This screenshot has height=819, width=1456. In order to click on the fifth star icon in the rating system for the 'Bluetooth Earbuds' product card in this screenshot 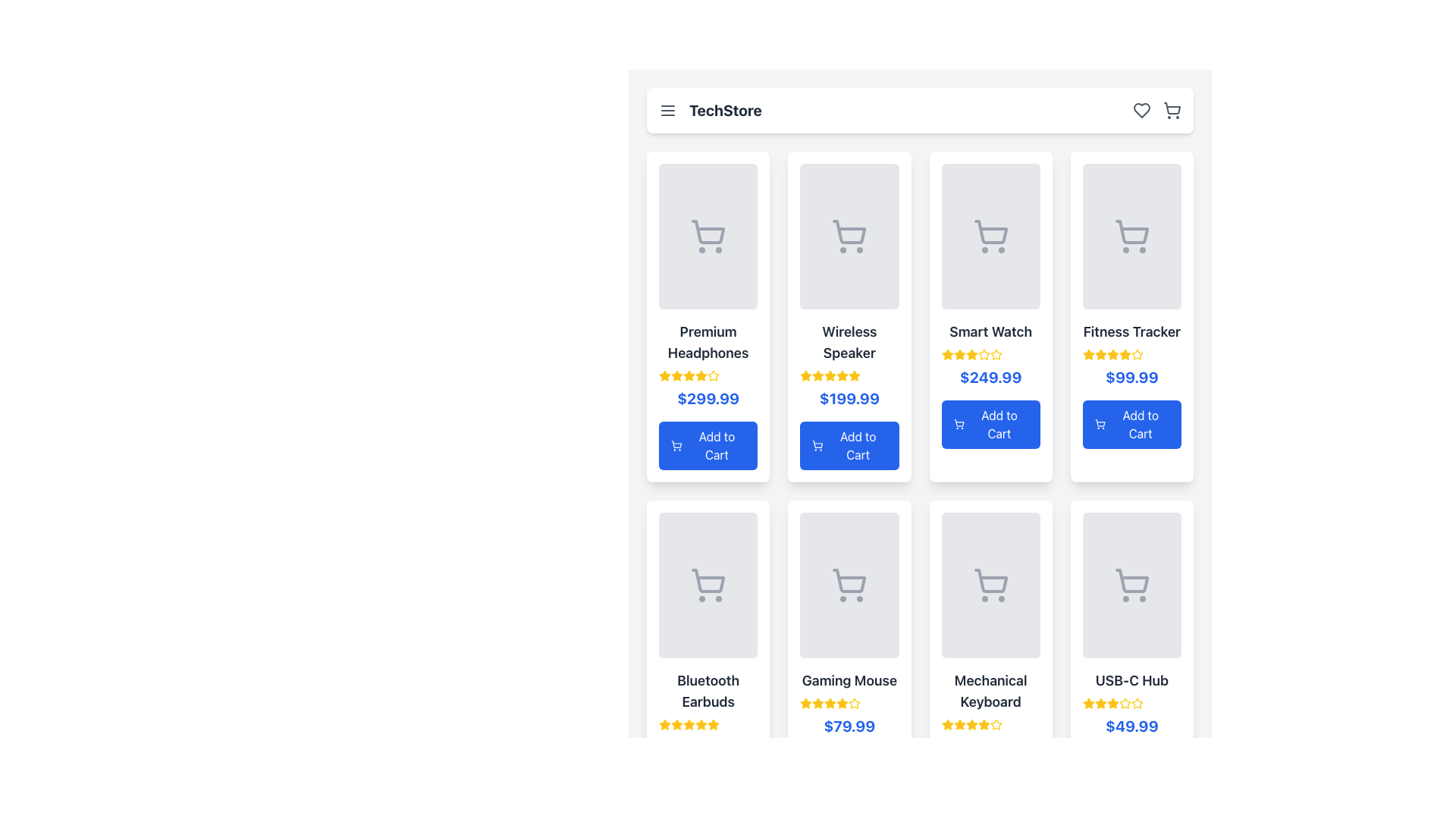, I will do `click(701, 724)`.